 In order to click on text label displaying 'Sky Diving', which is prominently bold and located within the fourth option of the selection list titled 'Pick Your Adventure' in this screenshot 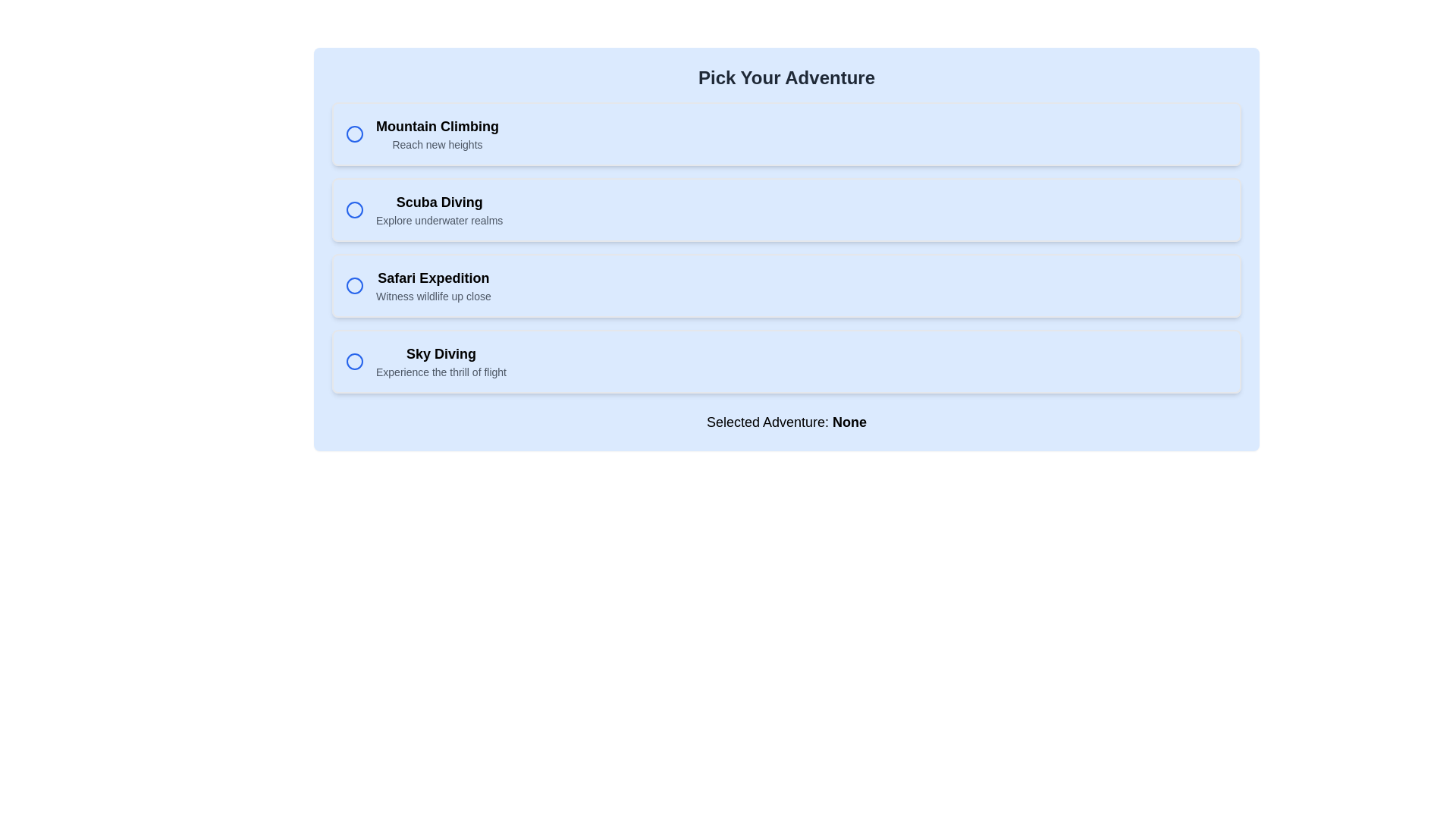, I will do `click(440, 353)`.